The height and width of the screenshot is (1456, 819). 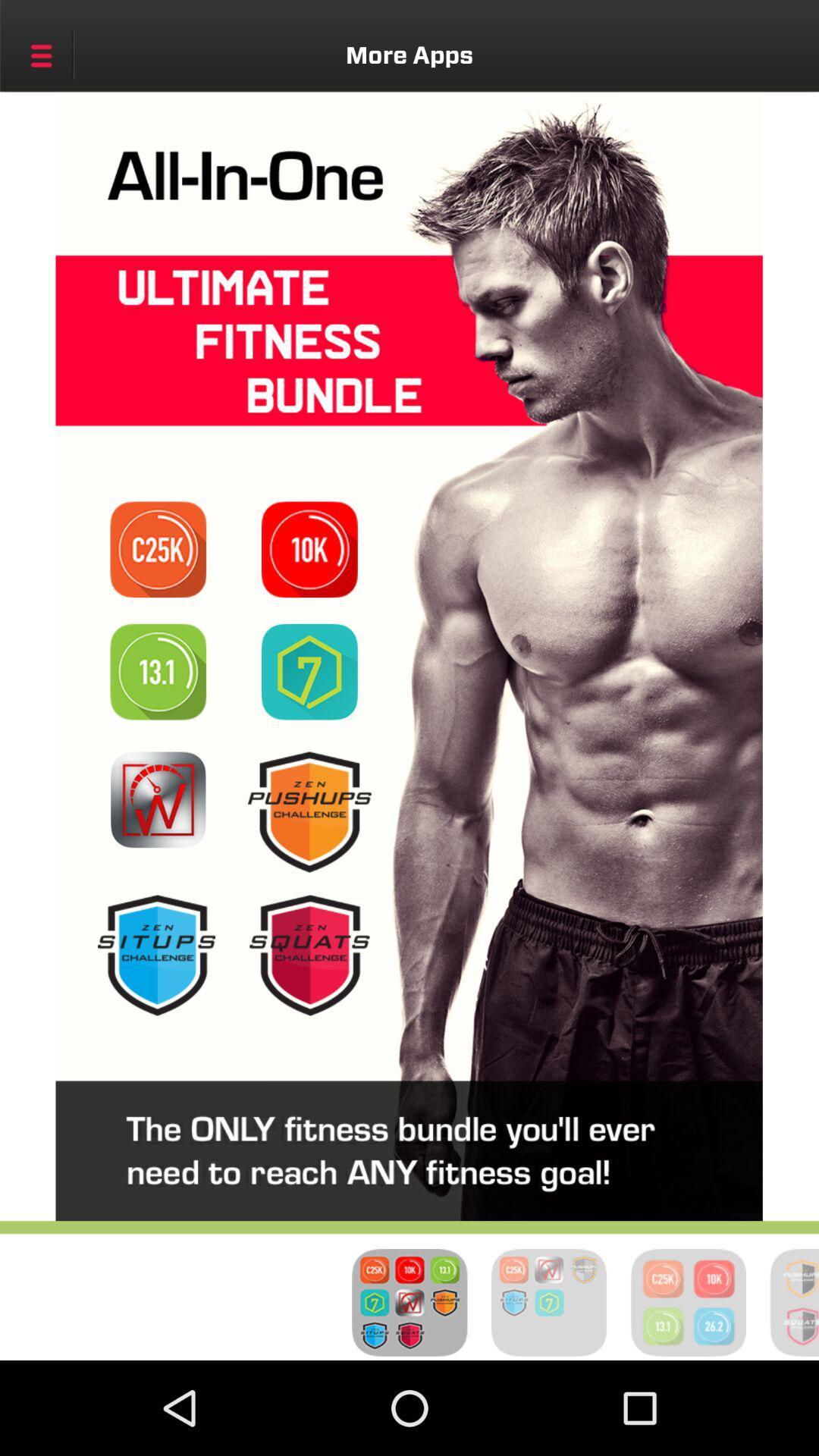 I want to click on open workout plan, so click(x=309, y=671).